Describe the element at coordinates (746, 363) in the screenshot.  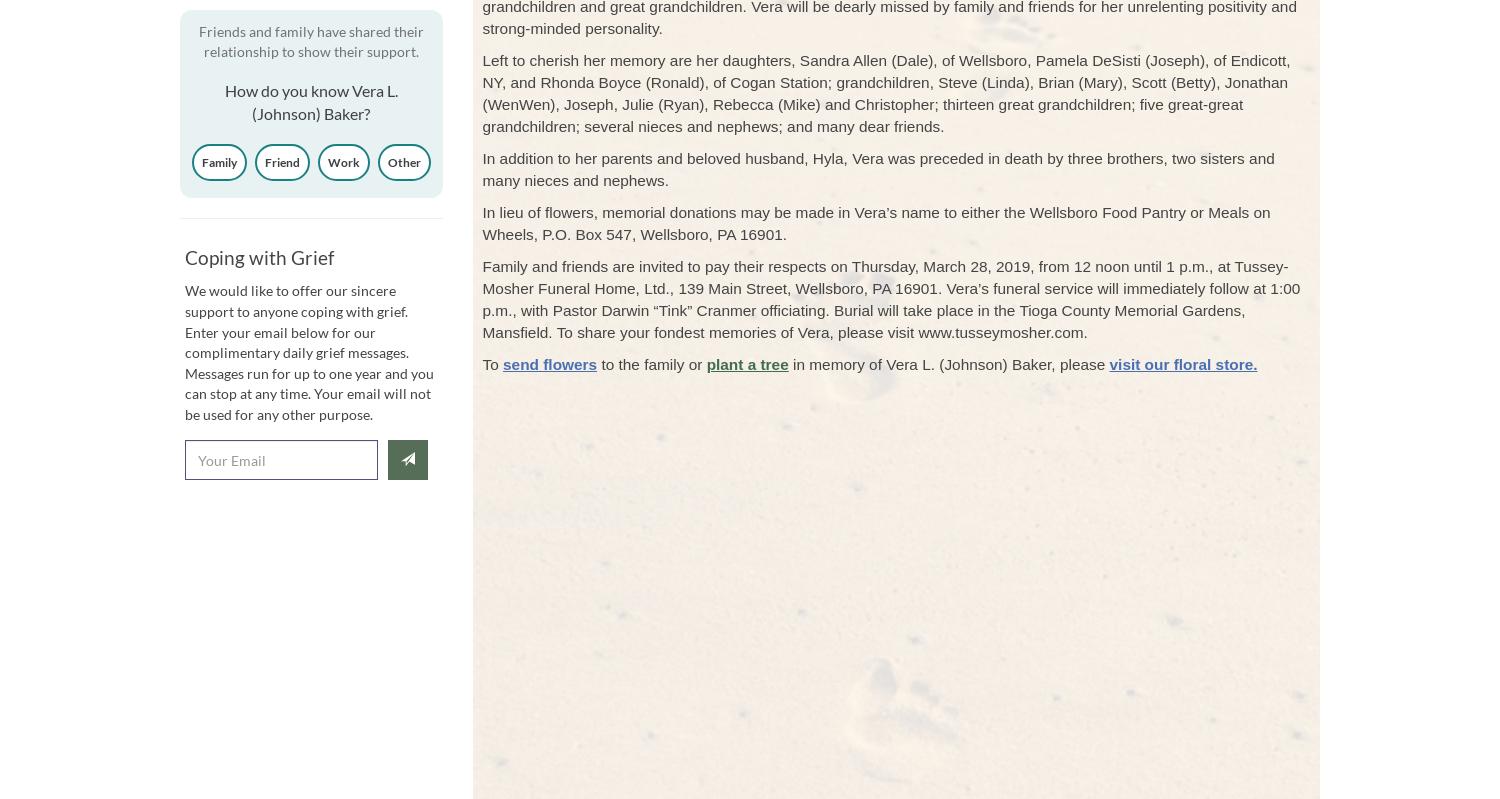
I see `'plant a tree'` at that location.